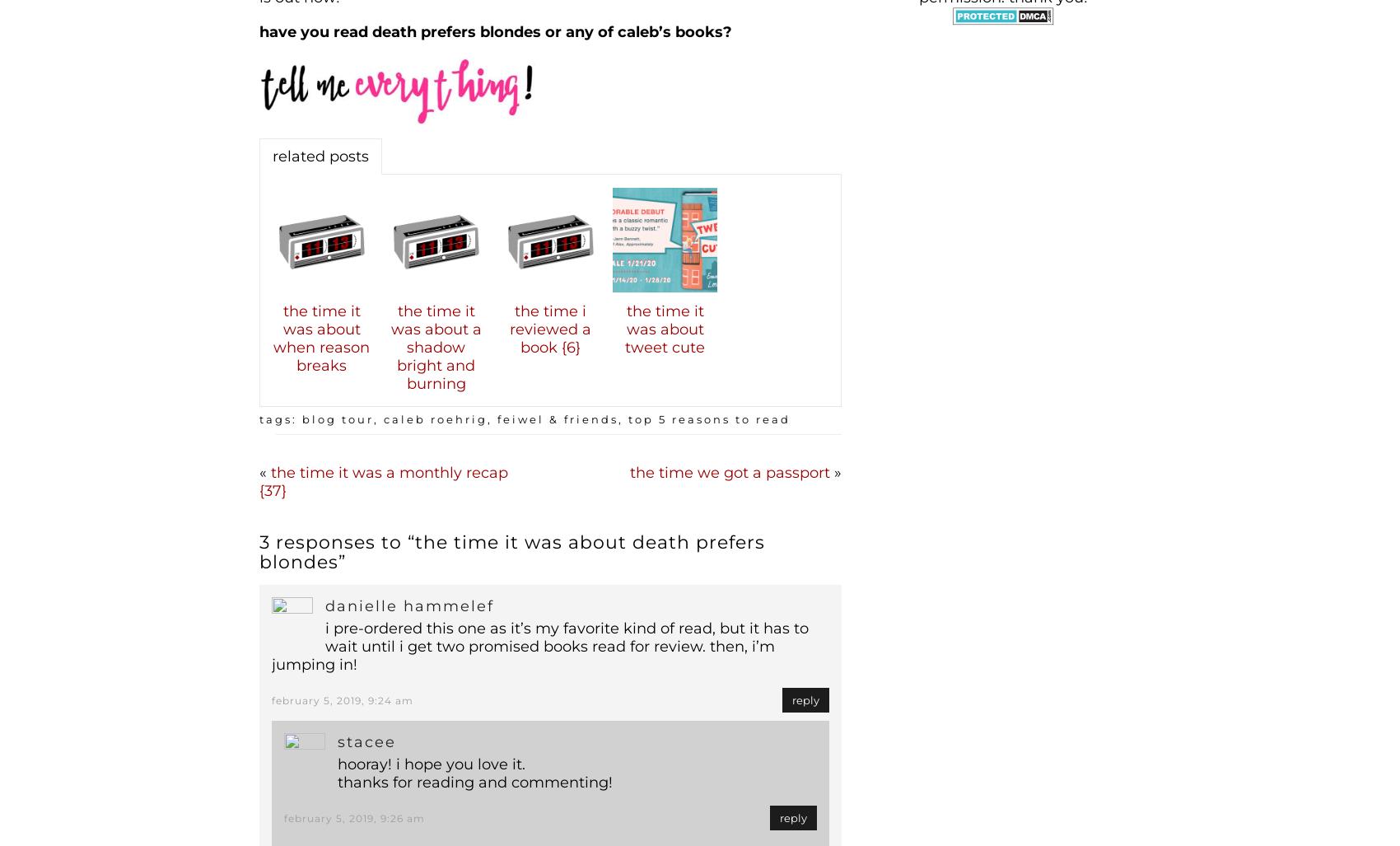  What do you see at coordinates (320, 154) in the screenshot?
I see `'Related Posts'` at bounding box center [320, 154].